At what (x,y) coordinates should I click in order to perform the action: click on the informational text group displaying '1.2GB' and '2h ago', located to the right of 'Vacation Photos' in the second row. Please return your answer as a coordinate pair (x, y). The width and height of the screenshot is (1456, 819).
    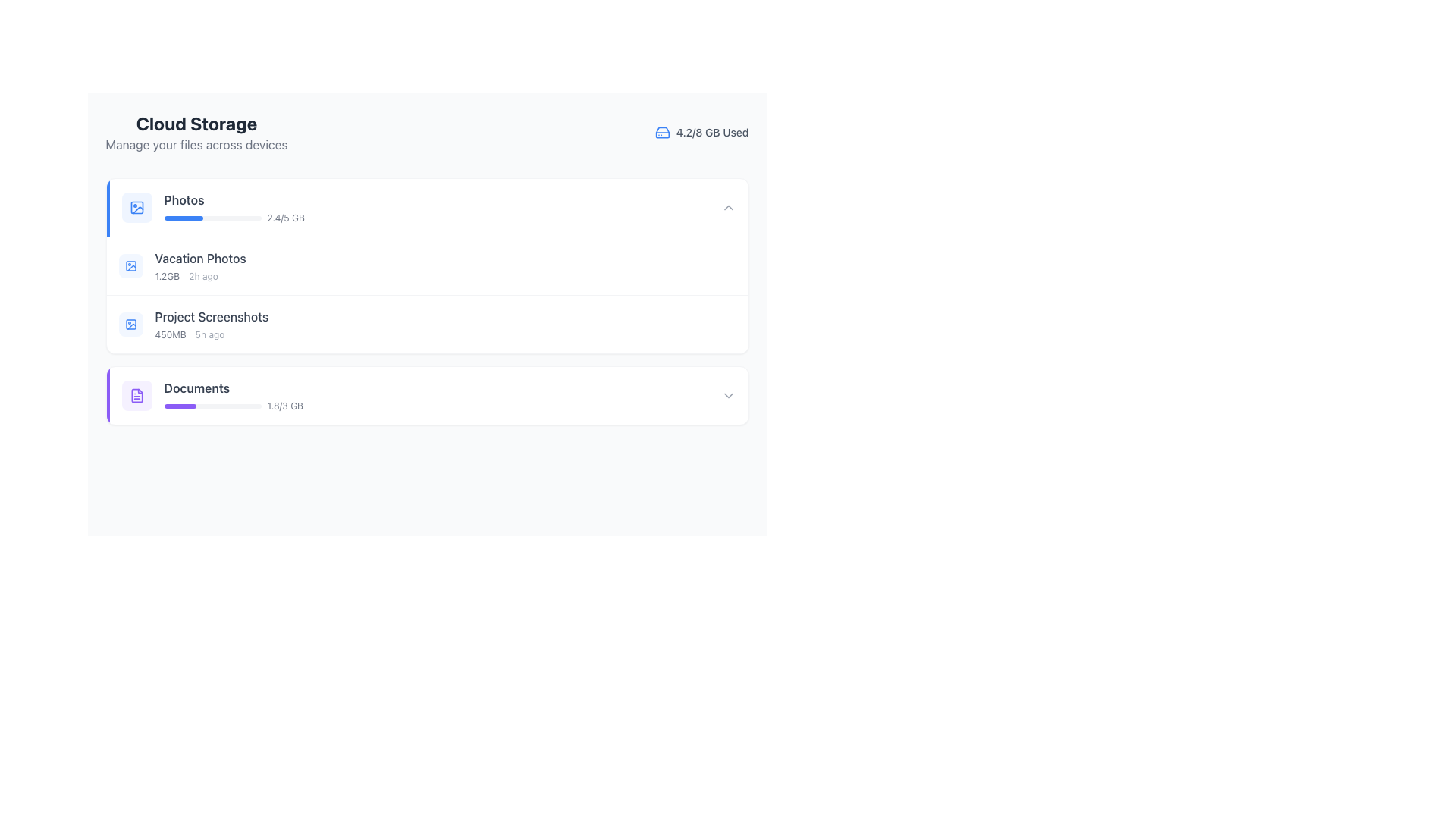
    Looking at the image, I should click on (199, 277).